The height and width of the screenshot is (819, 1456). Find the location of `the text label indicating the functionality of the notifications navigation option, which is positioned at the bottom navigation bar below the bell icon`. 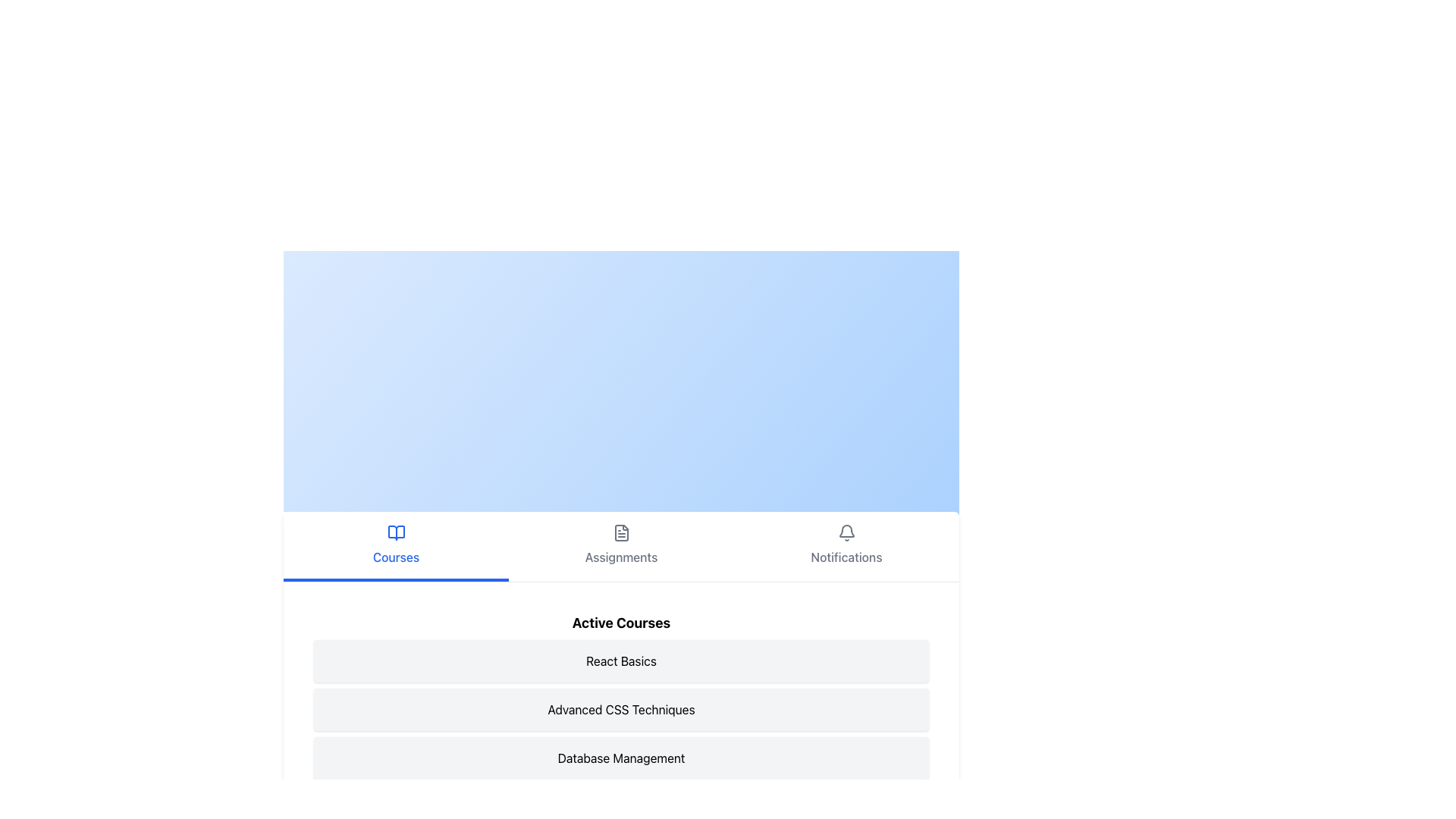

the text label indicating the functionality of the notifications navigation option, which is positioned at the bottom navigation bar below the bell icon is located at coordinates (846, 557).